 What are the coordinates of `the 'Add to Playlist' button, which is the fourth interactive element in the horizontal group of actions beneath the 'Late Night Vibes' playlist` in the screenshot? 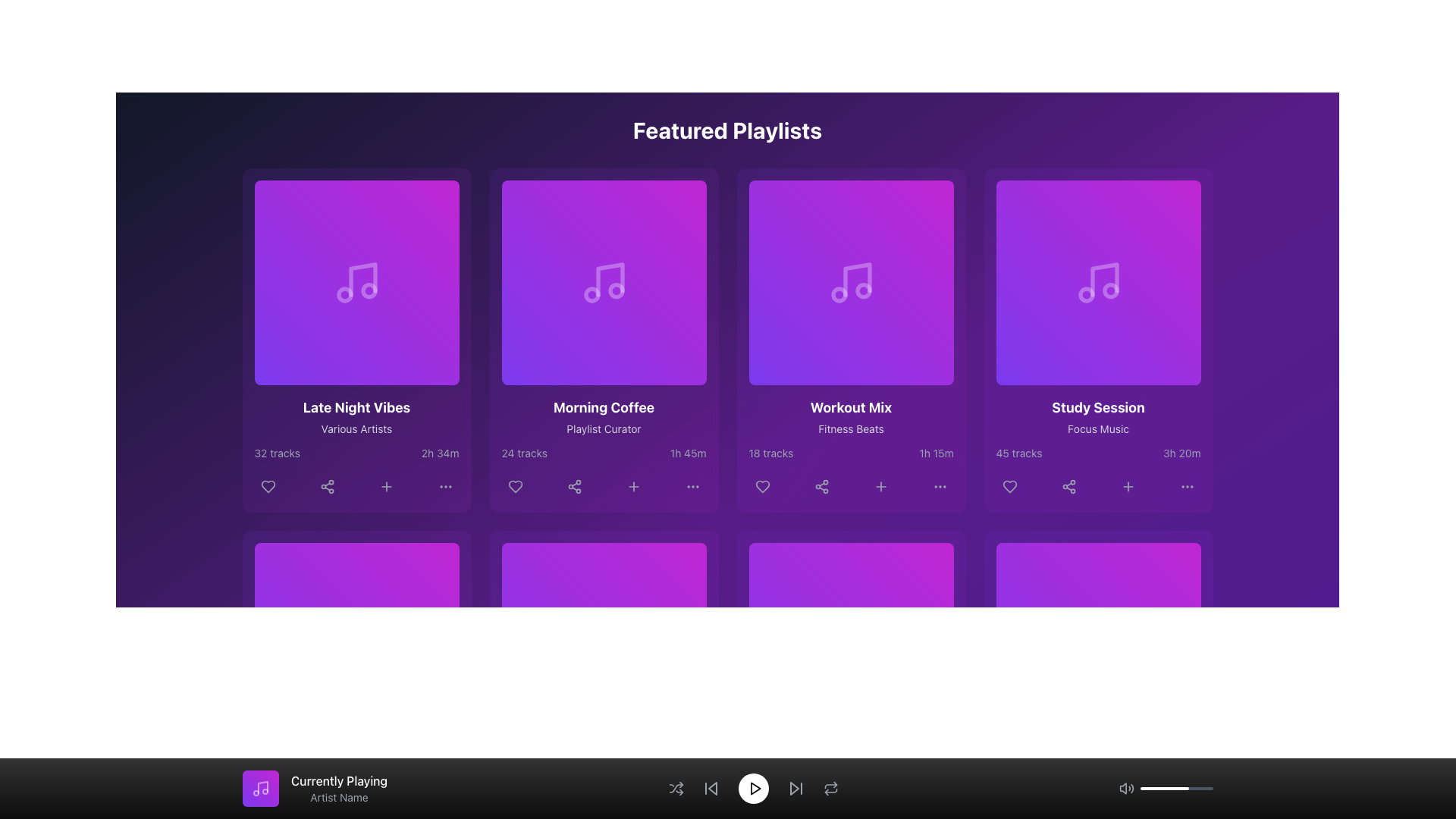 It's located at (386, 486).